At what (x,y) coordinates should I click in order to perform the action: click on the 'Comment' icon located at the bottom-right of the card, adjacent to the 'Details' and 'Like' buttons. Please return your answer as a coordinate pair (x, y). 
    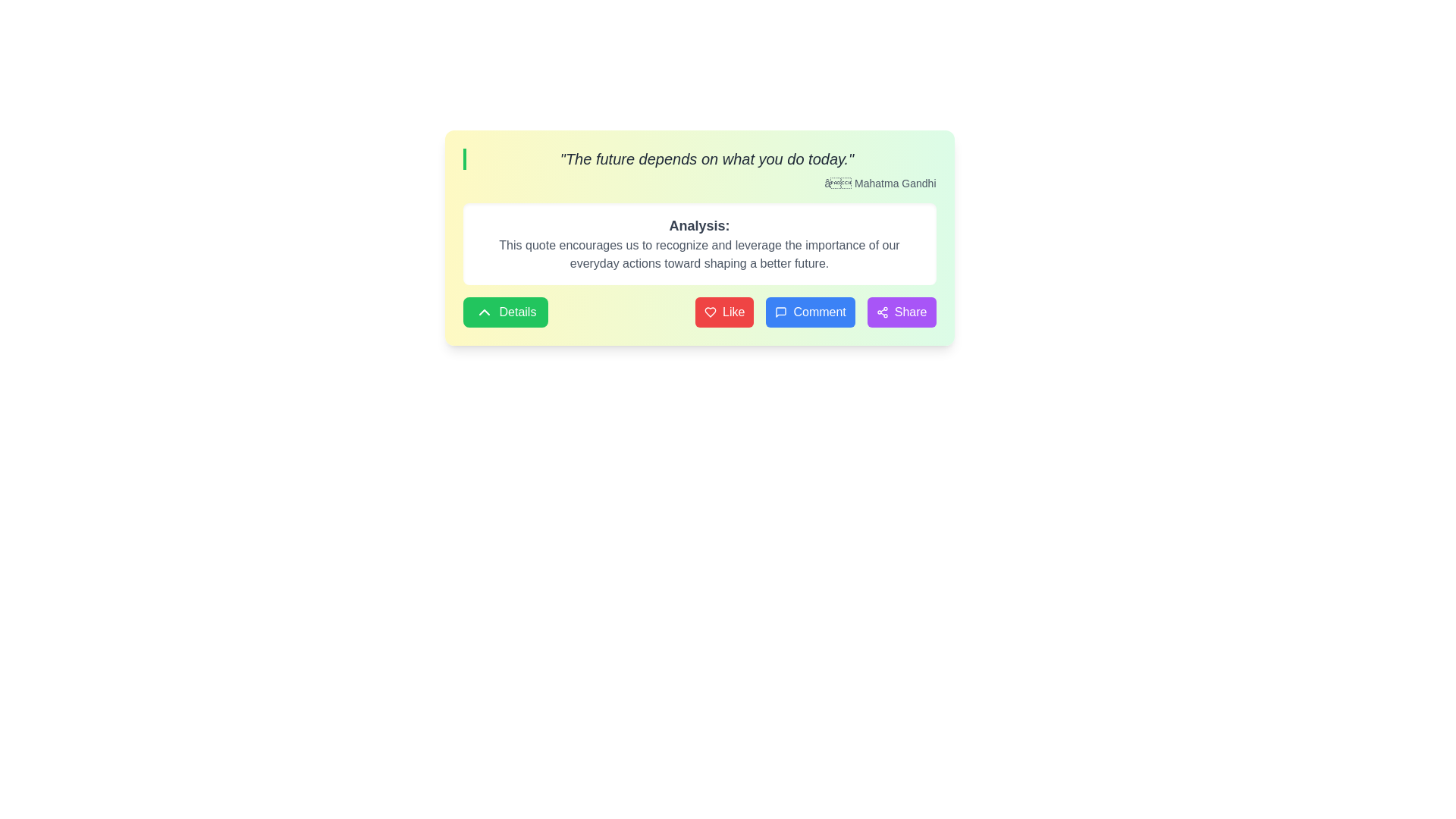
    Looking at the image, I should click on (781, 312).